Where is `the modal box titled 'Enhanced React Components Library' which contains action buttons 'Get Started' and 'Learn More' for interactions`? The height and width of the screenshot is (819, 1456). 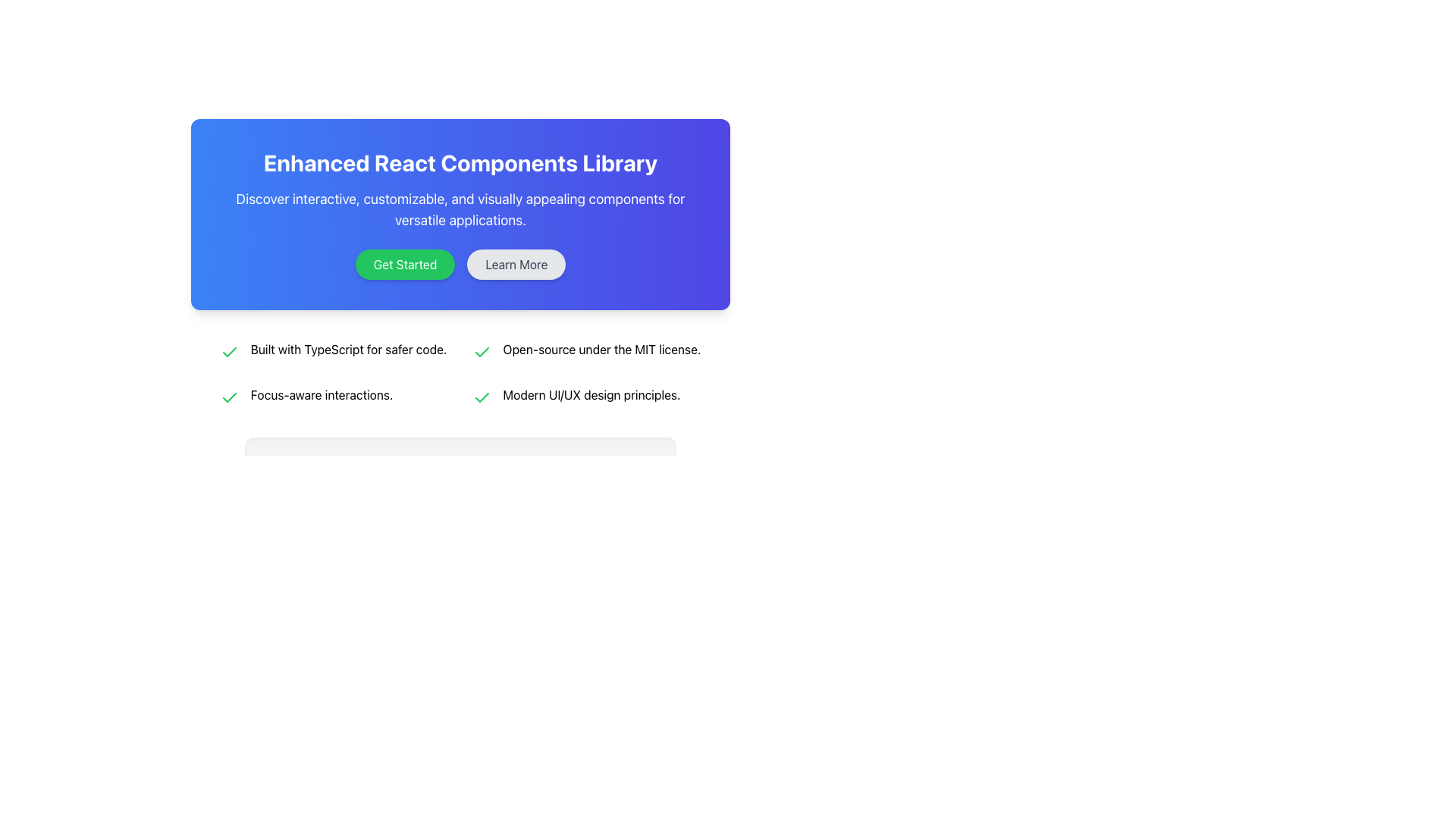 the modal box titled 'Enhanced React Components Library' which contains action buttons 'Get Started' and 'Learn More' for interactions is located at coordinates (460, 278).